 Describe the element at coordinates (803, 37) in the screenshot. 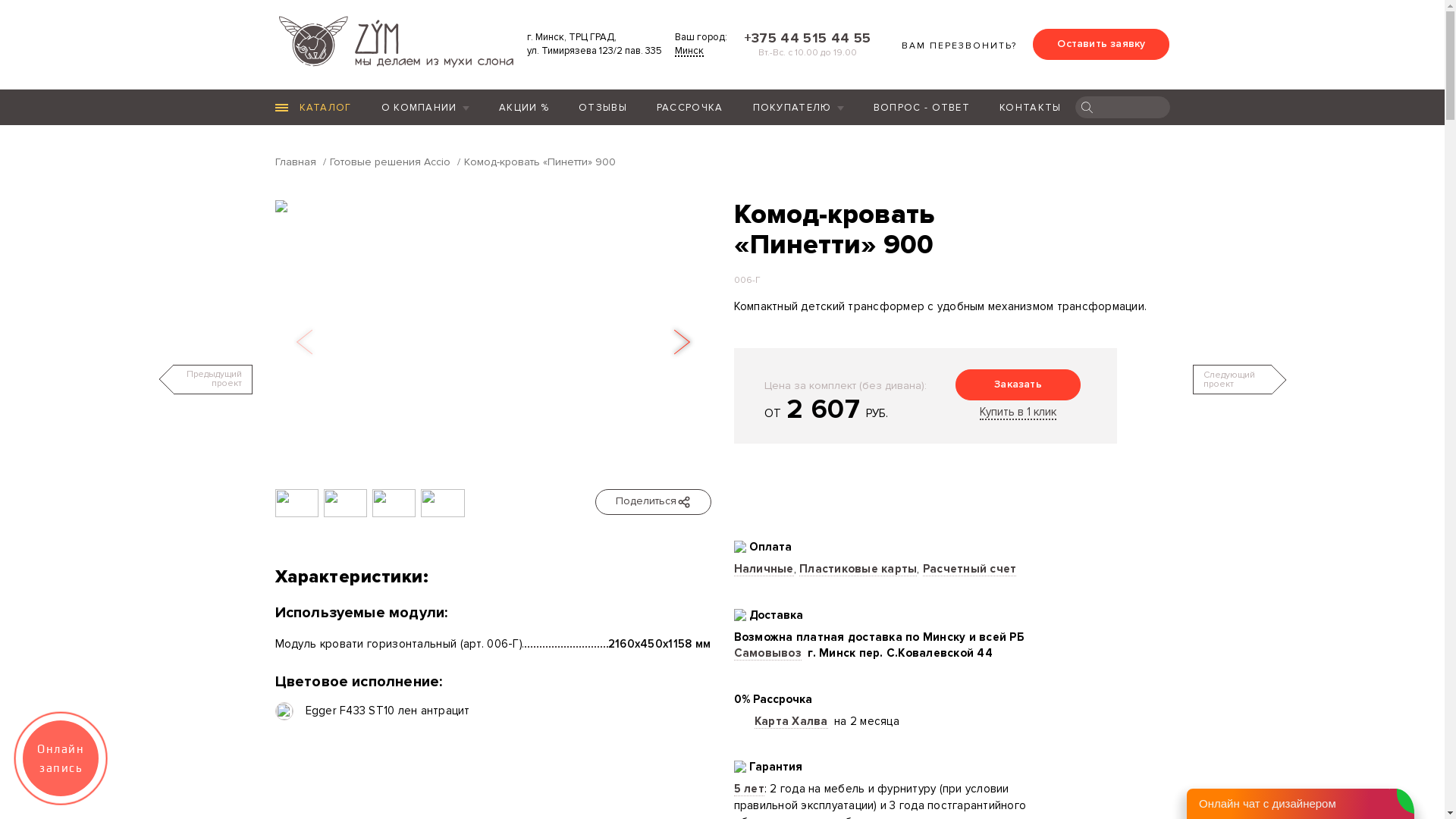

I see `'+375 44 515 44 55'` at that location.